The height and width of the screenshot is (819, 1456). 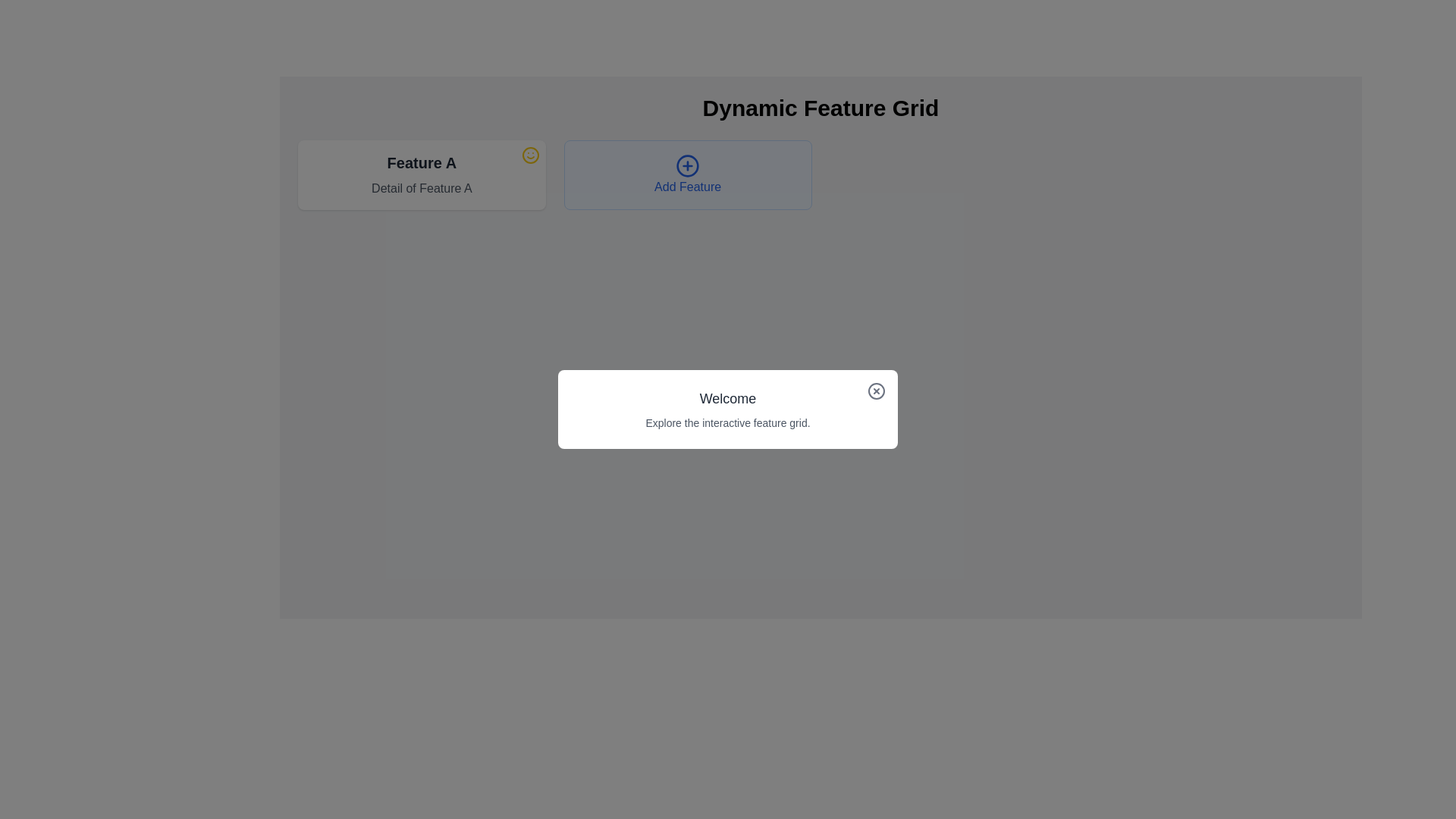 I want to click on the central circle element of the 'circle-x' icon located, so click(x=877, y=391).